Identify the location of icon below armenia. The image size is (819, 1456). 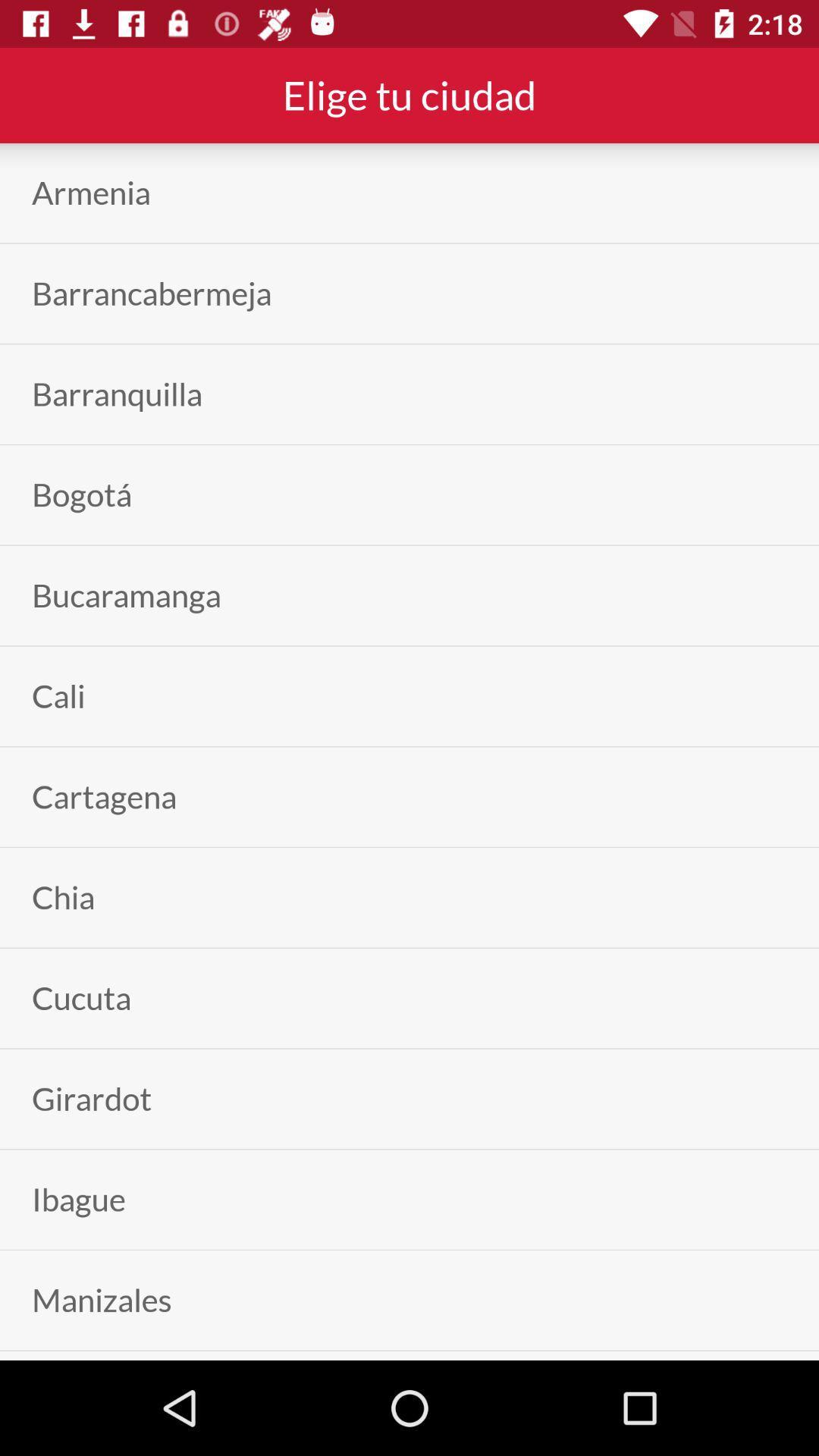
(152, 293).